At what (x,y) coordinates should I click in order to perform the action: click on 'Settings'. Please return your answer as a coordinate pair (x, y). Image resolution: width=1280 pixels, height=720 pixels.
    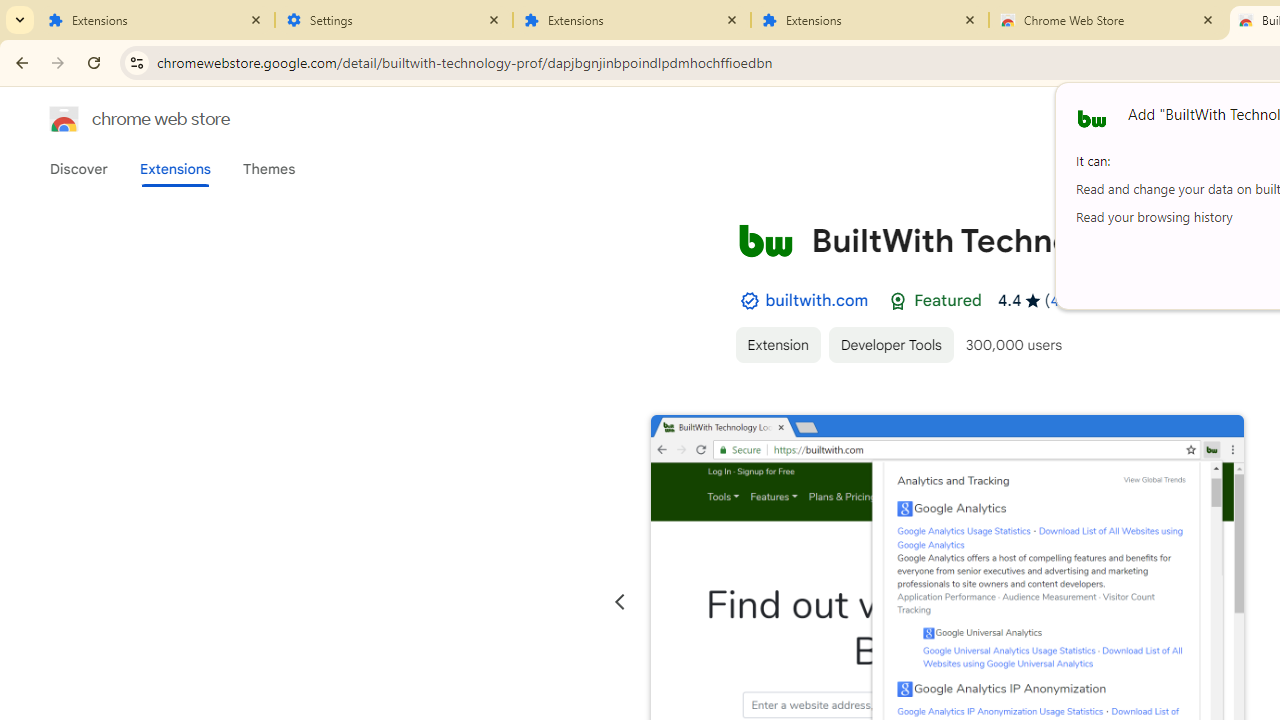
    Looking at the image, I should click on (394, 20).